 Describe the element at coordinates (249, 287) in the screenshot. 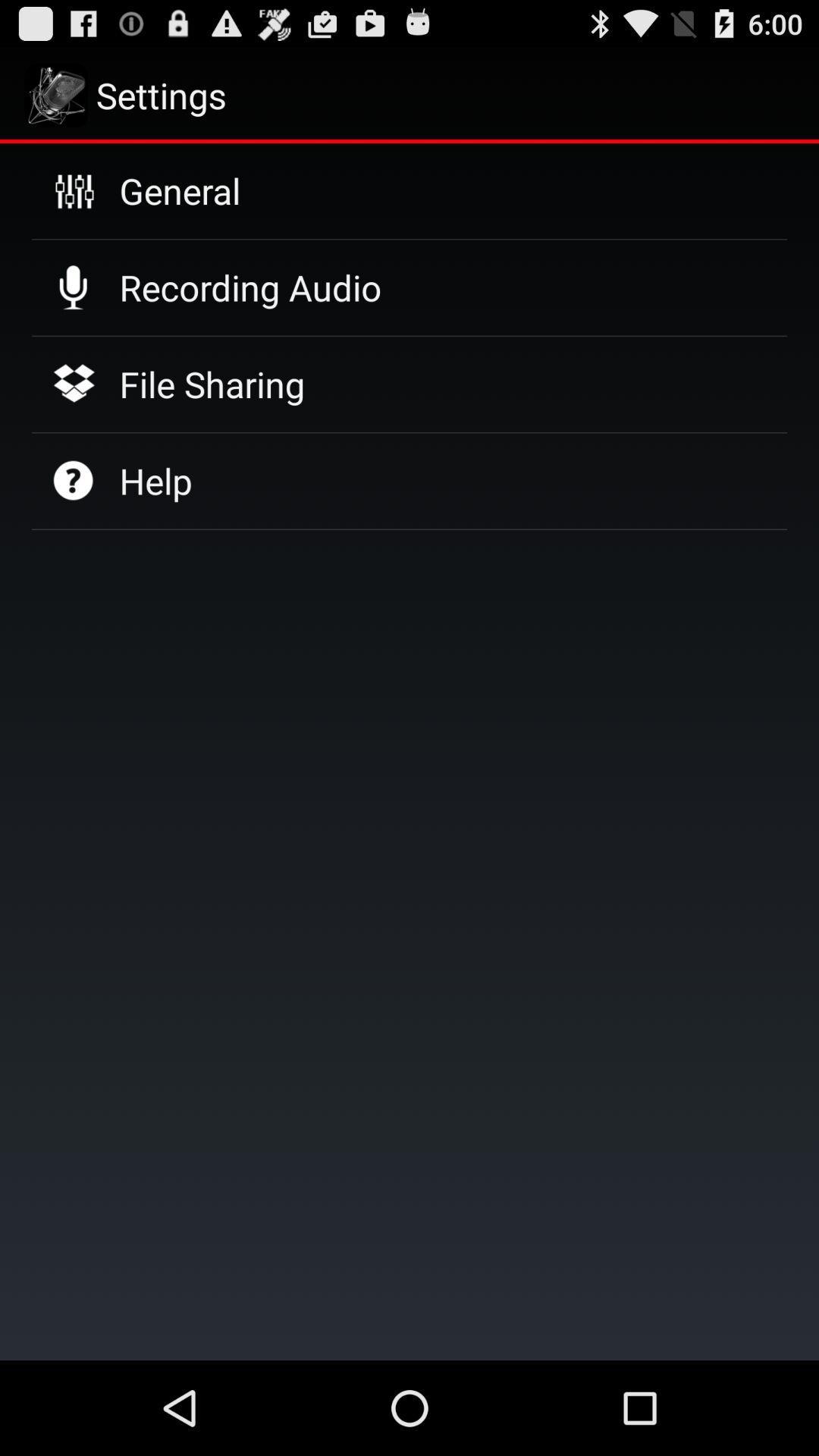

I see `the icon below the general item` at that location.